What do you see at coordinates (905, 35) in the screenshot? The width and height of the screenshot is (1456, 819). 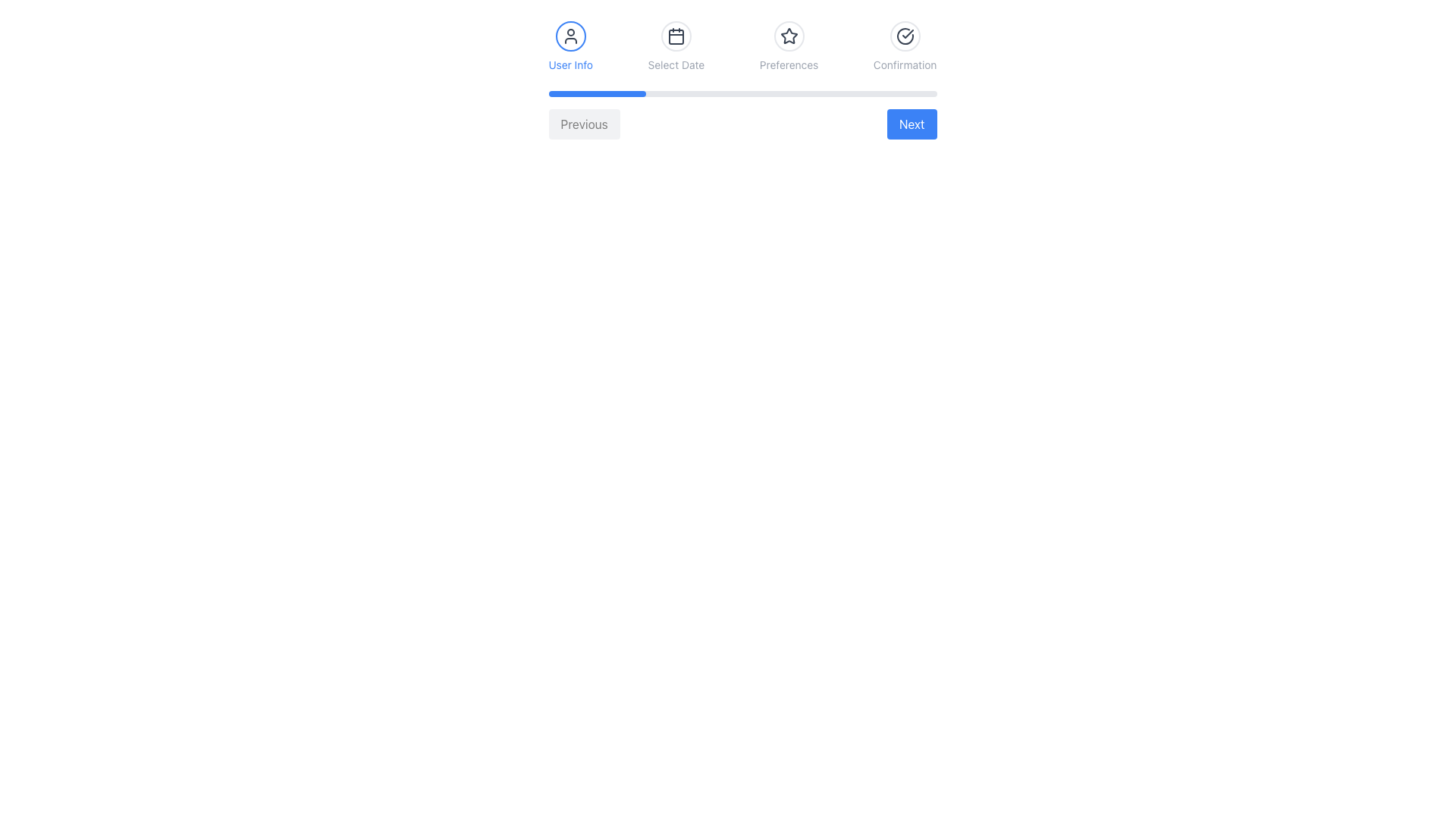 I see `the circular checkmark icon with a light gray border located at the far right of the step header labeled 'Confirmation'` at bounding box center [905, 35].